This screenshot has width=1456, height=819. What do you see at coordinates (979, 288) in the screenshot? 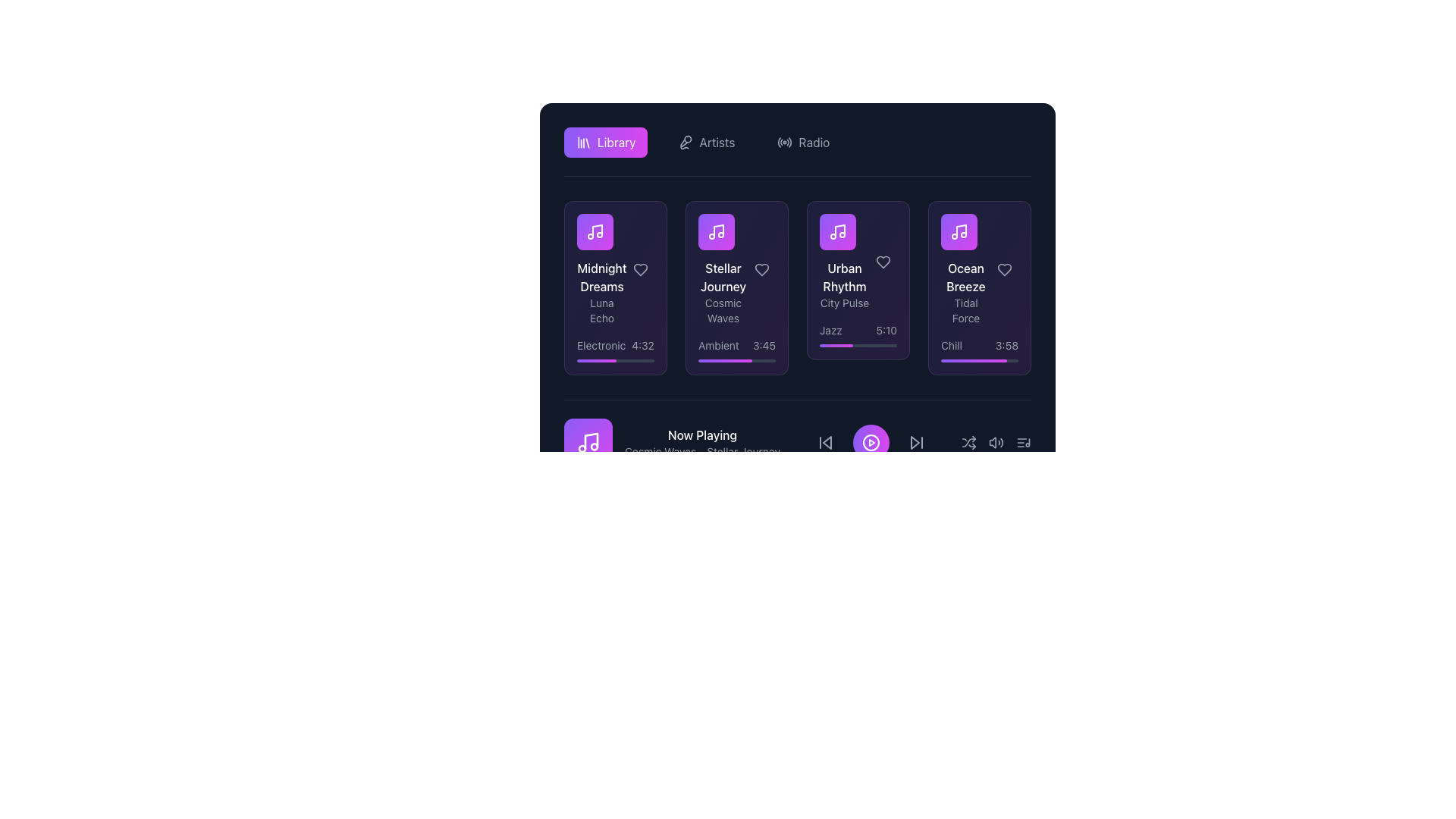
I see `the Music card titled 'Ocean Breeze' with a gradient background that includes a music note icon, located` at bounding box center [979, 288].